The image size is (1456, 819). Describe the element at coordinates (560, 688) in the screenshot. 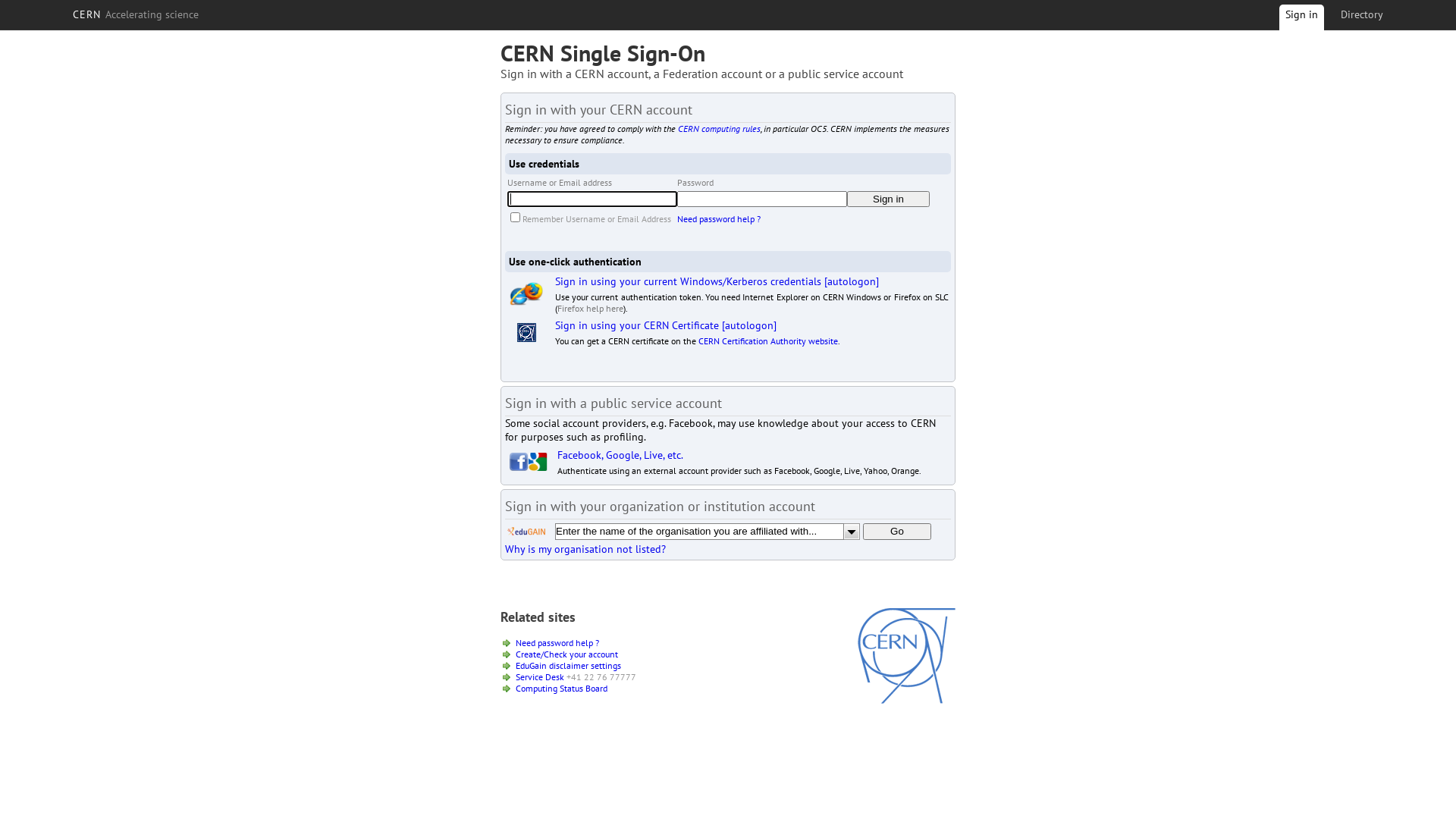

I see `'Computing Status Board'` at that location.